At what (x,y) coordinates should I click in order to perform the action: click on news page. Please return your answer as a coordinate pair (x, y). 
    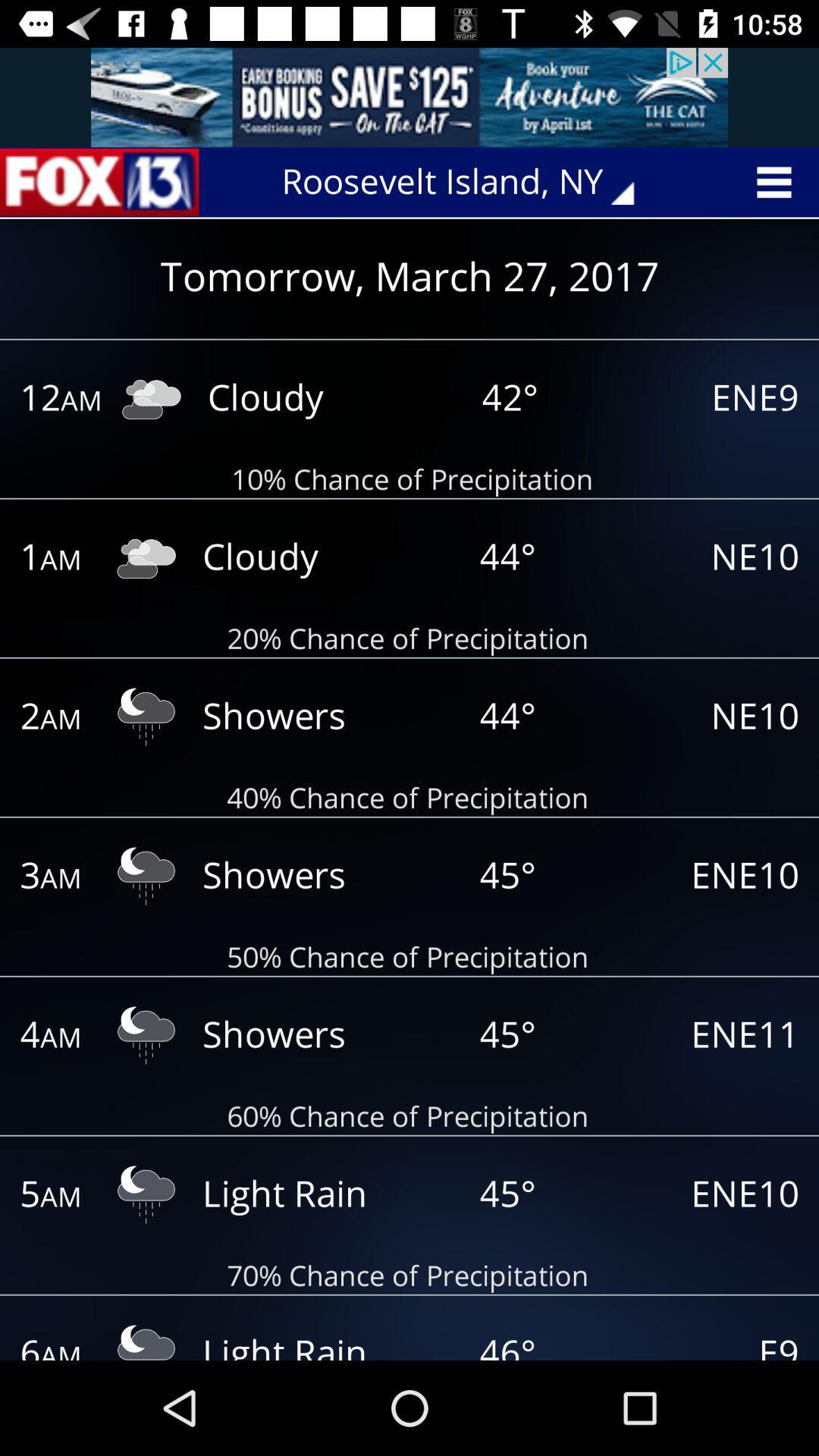
    Looking at the image, I should click on (99, 182).